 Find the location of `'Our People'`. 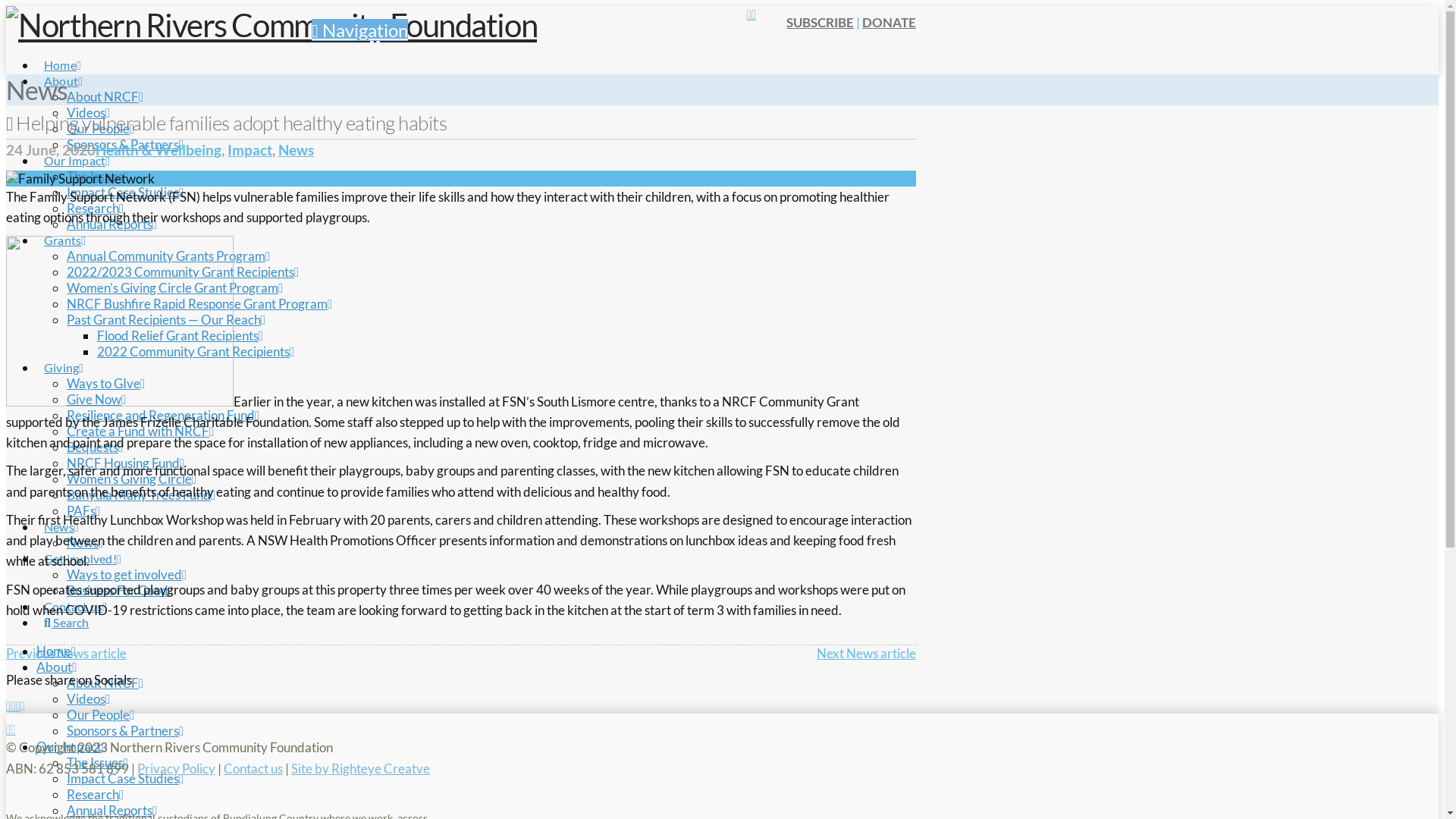

'Our People' is located at coordinates (65, 714).